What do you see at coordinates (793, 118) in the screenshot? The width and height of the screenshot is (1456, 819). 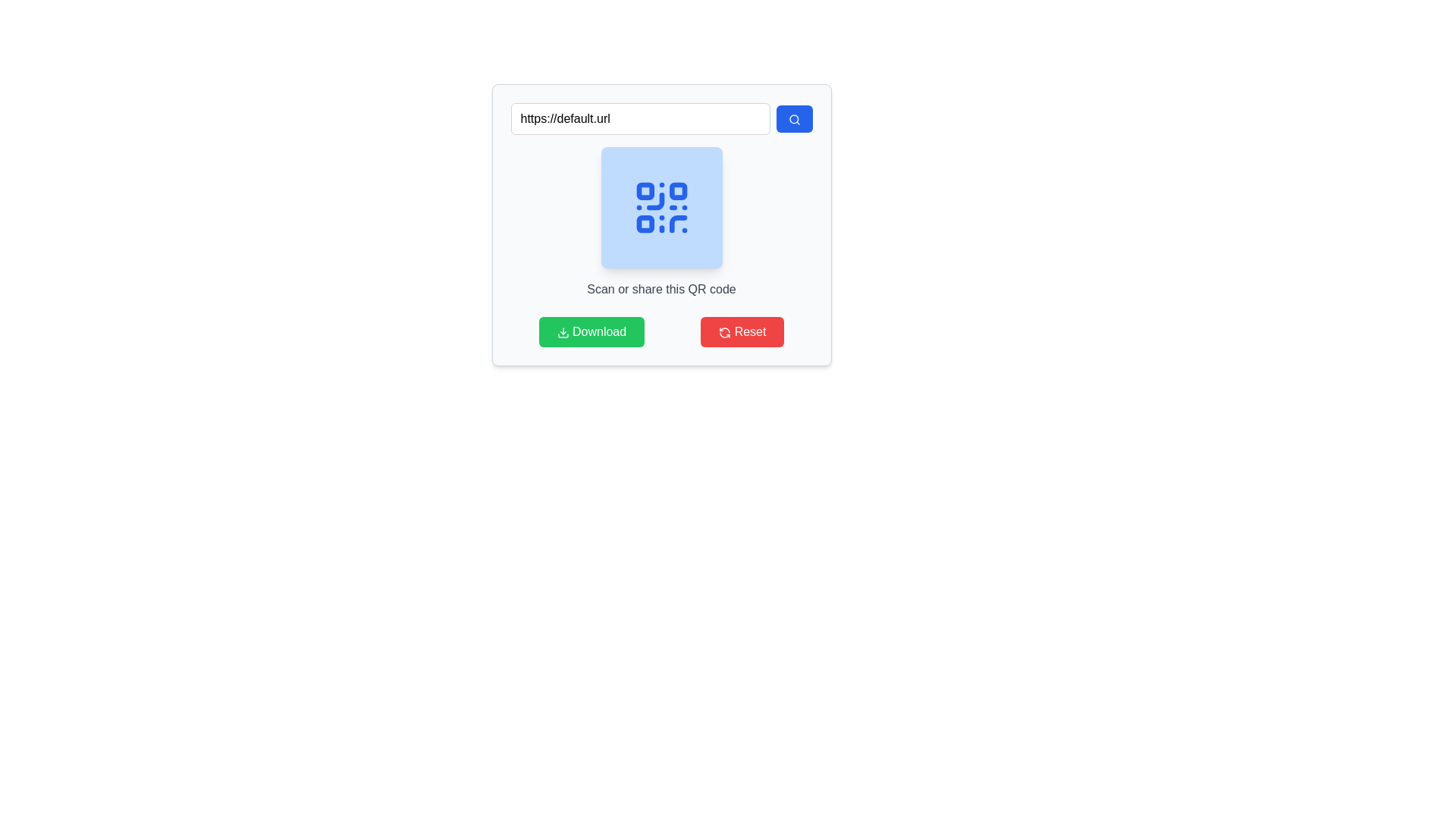 I see `the small rectangular button with rounded corners and a blue background, which features a white magnifying glass icon` at bounding box center [793, 118].